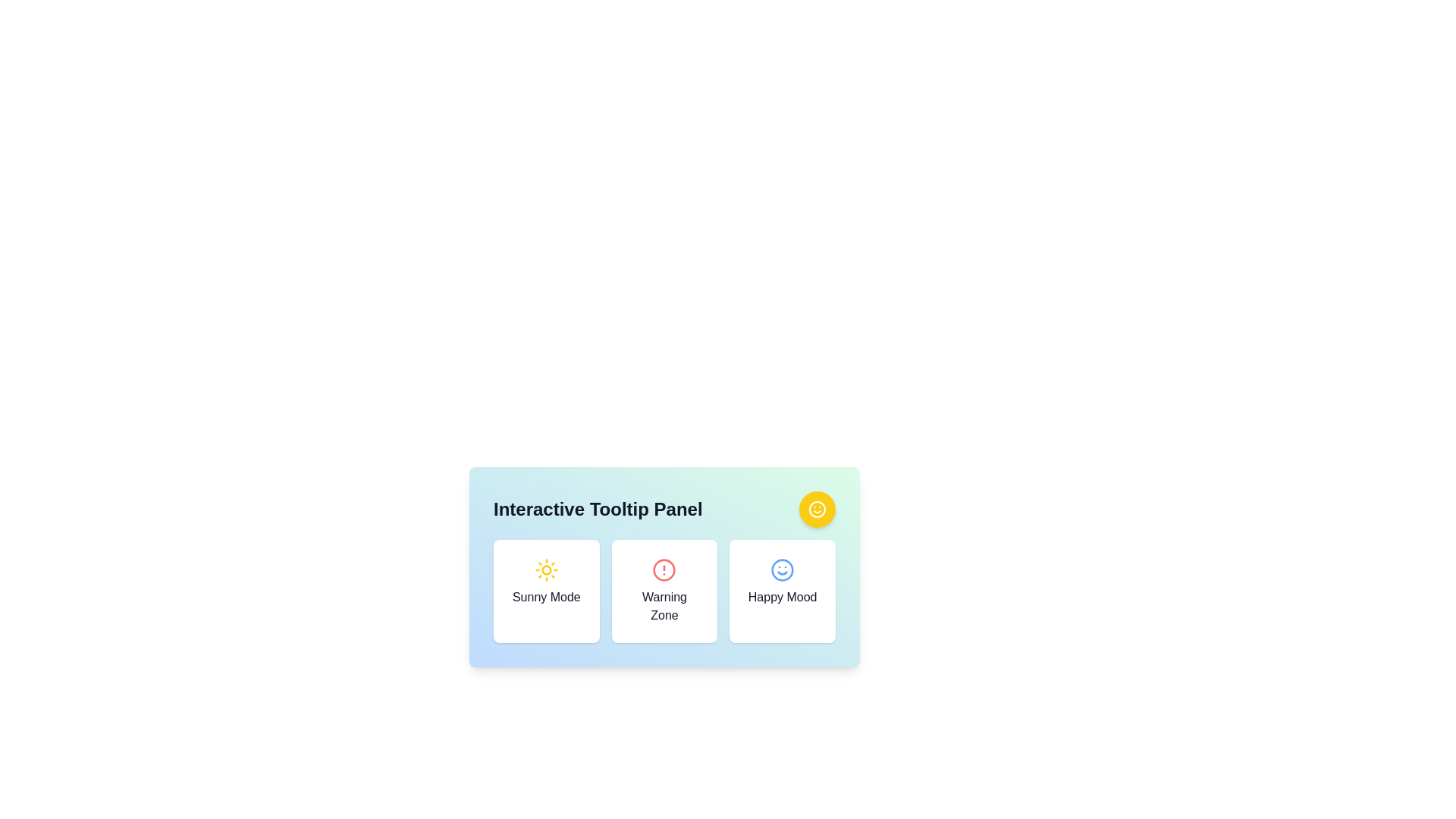 The image size is (1456, 819). I want to click on the happy mood icon located at the top-right corner of the Interactive Tooltip Panel, so click(817, 509).